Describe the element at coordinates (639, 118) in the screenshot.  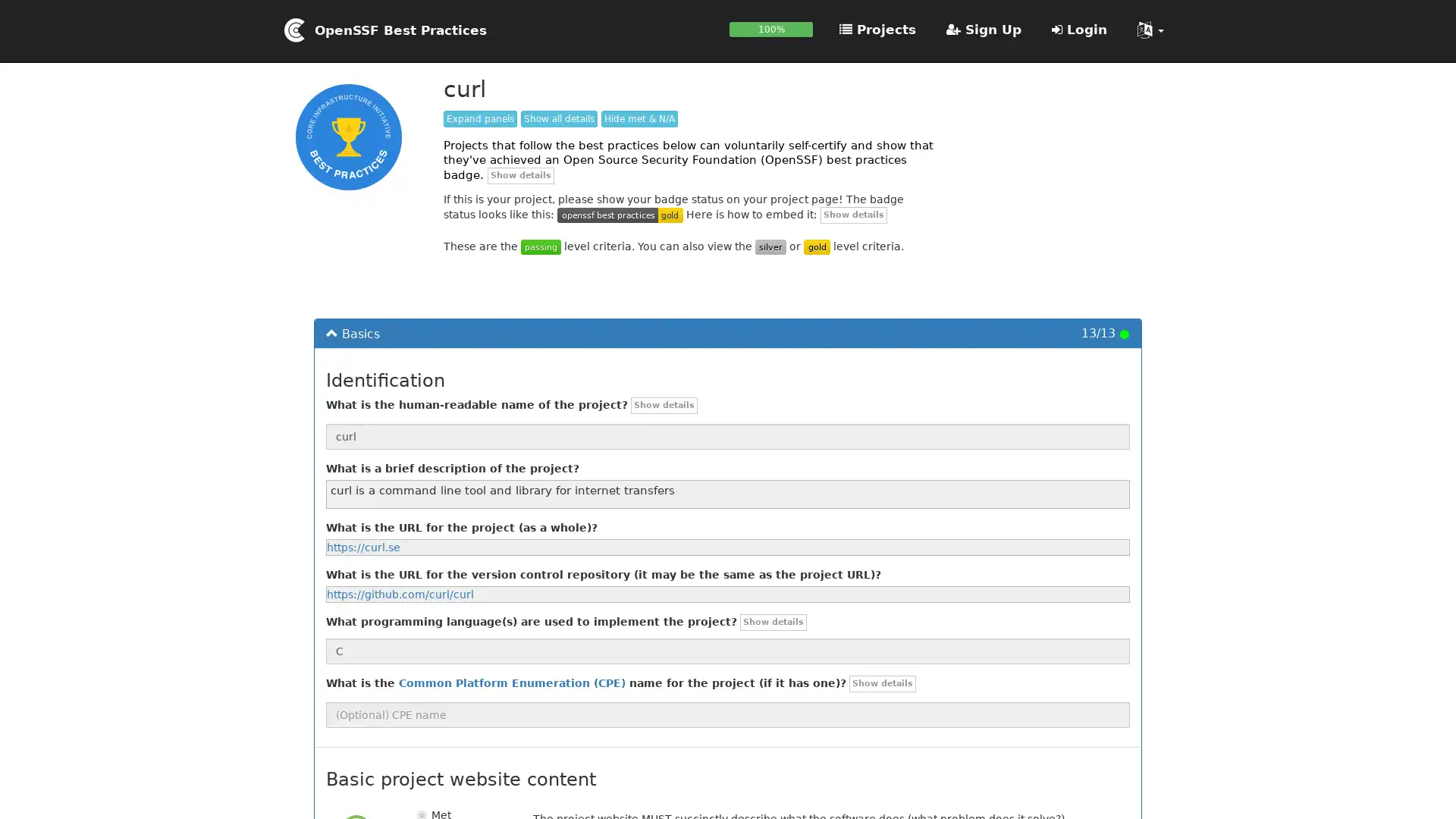
I see `Hide met & N/A` at that location.